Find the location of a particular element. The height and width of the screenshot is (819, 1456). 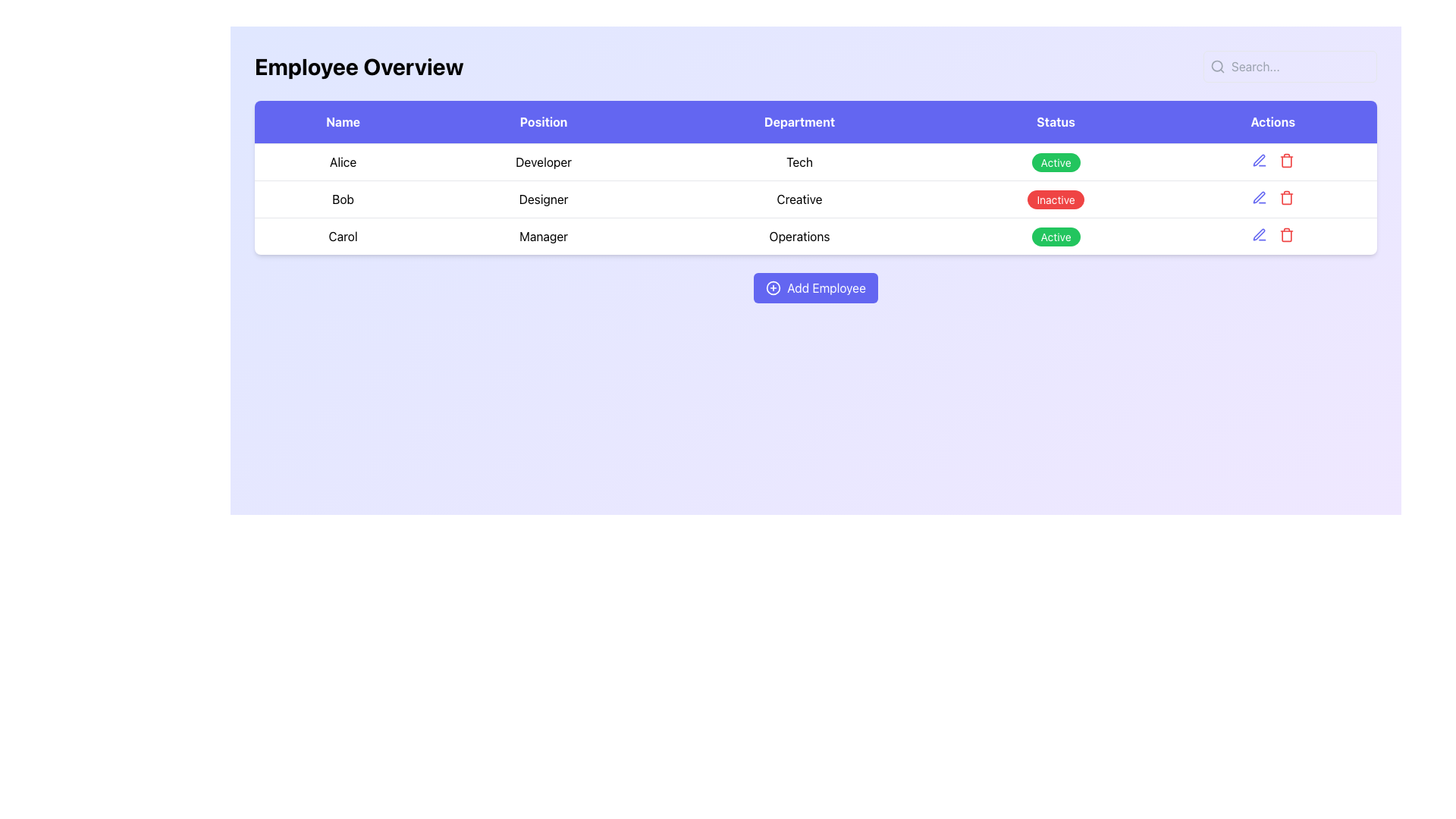

the first row of the table displaying information about user 'Alice', located in the main content area is located at coordinates (814, 162).